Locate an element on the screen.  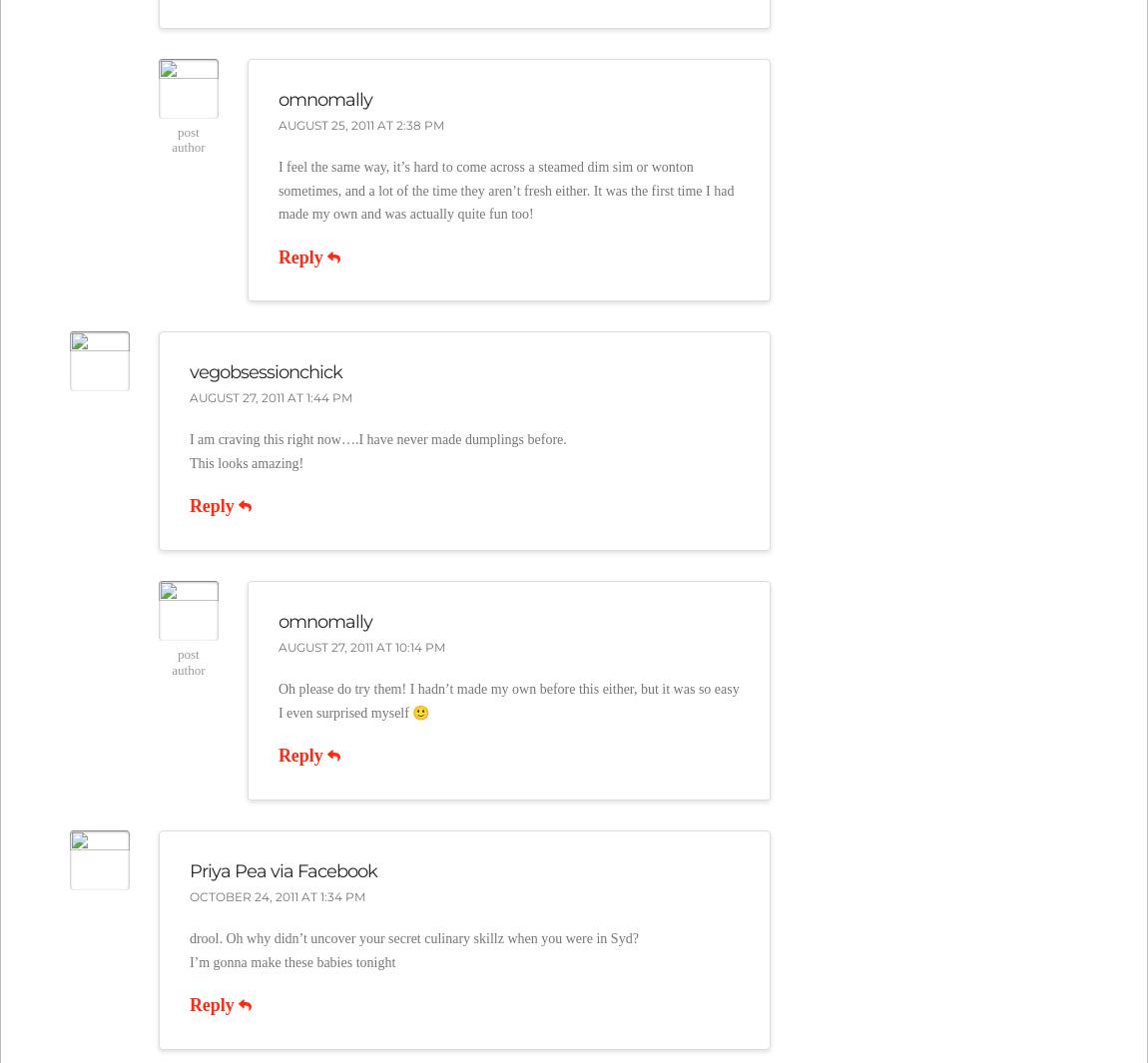
'October 24, 2011 at 1:34 pm' is located at coordinates (276, 895).